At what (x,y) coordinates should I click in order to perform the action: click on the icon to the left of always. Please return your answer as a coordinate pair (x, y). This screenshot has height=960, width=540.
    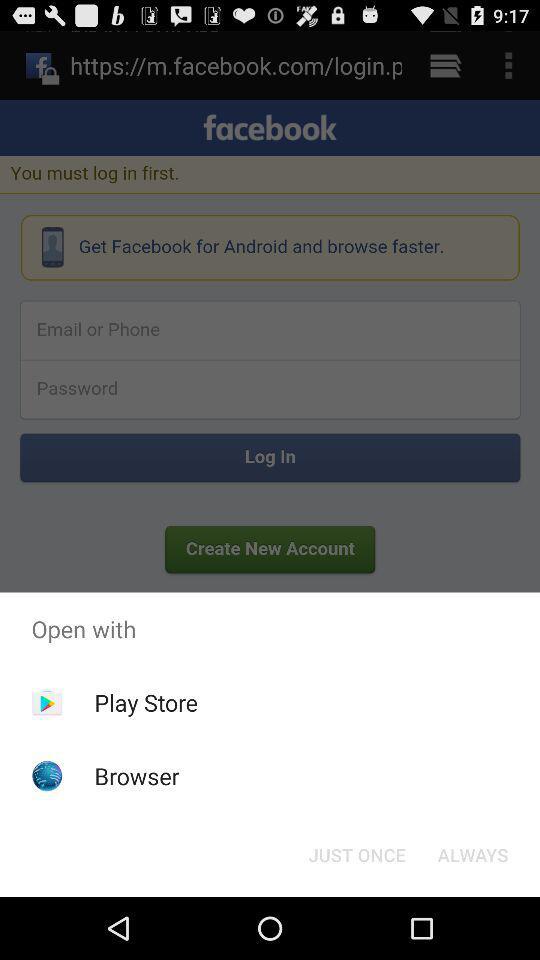
    Looking at the image, I should click on (356, 853).